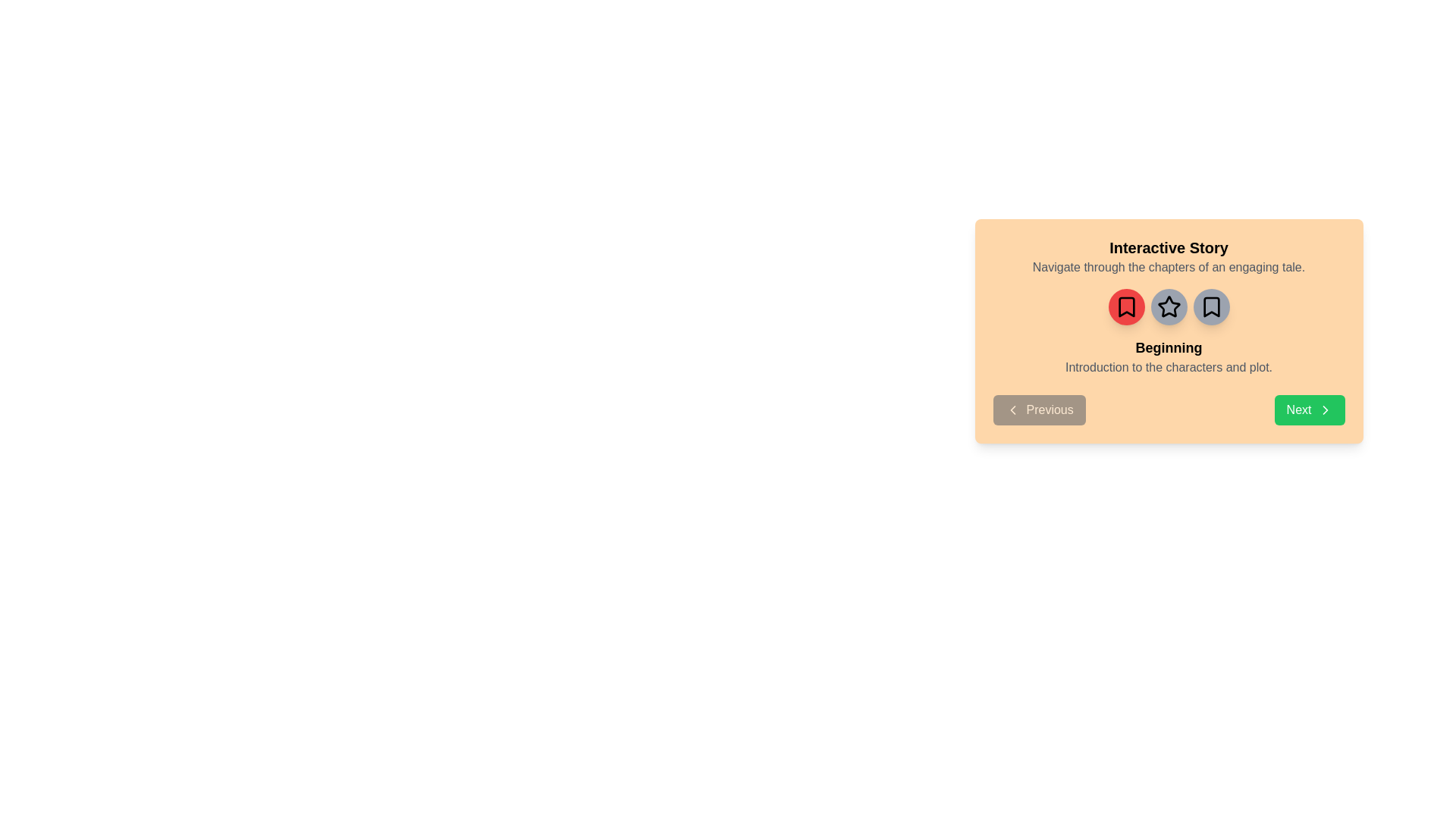 This screenshot has width=1456, height=819. Describe the element at coordinates (1038, 409) in the screenshot. I see `the Previous button to navigate the story` at that location.